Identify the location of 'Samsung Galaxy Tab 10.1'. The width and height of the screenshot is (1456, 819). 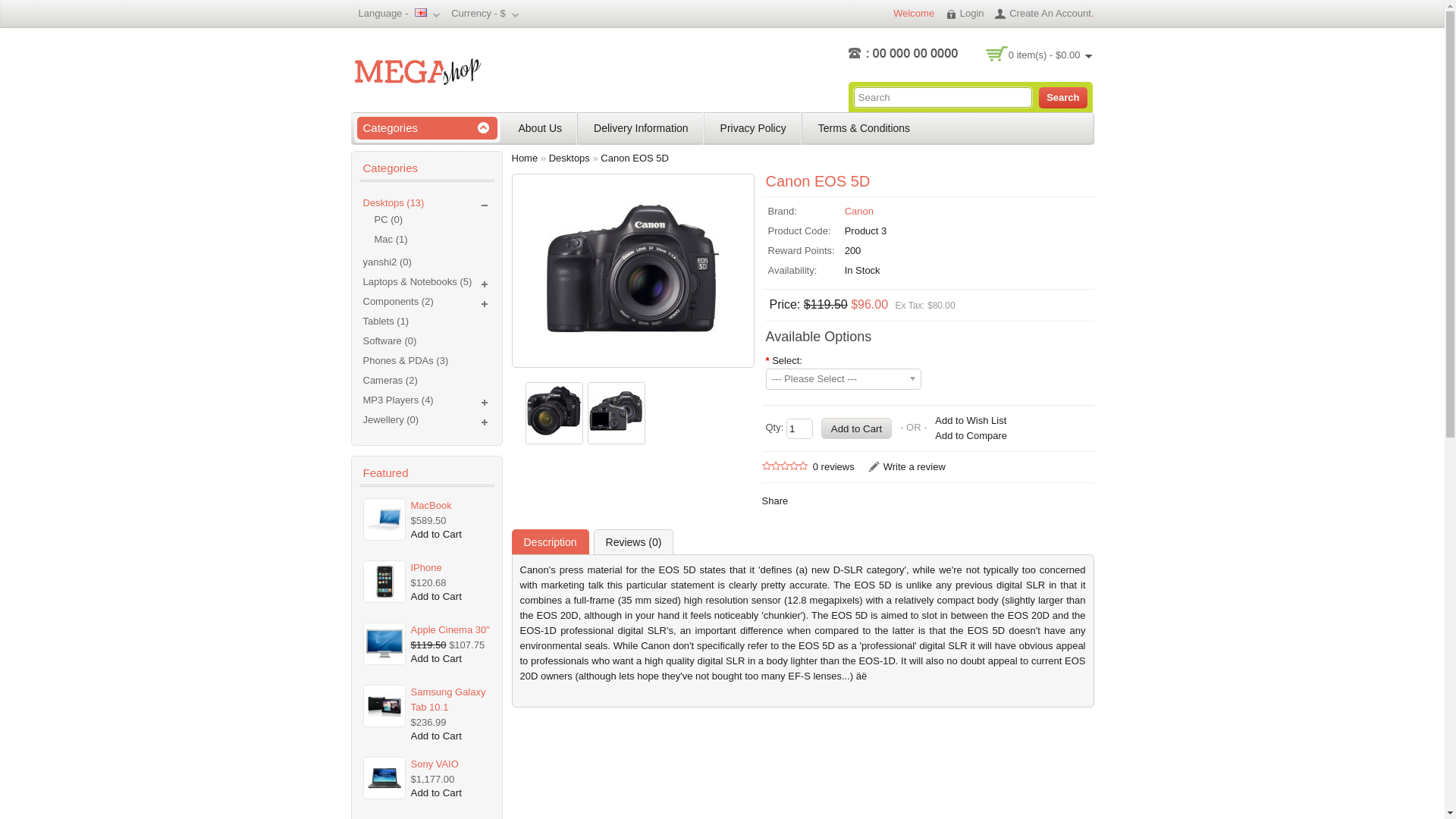
(409, 699).